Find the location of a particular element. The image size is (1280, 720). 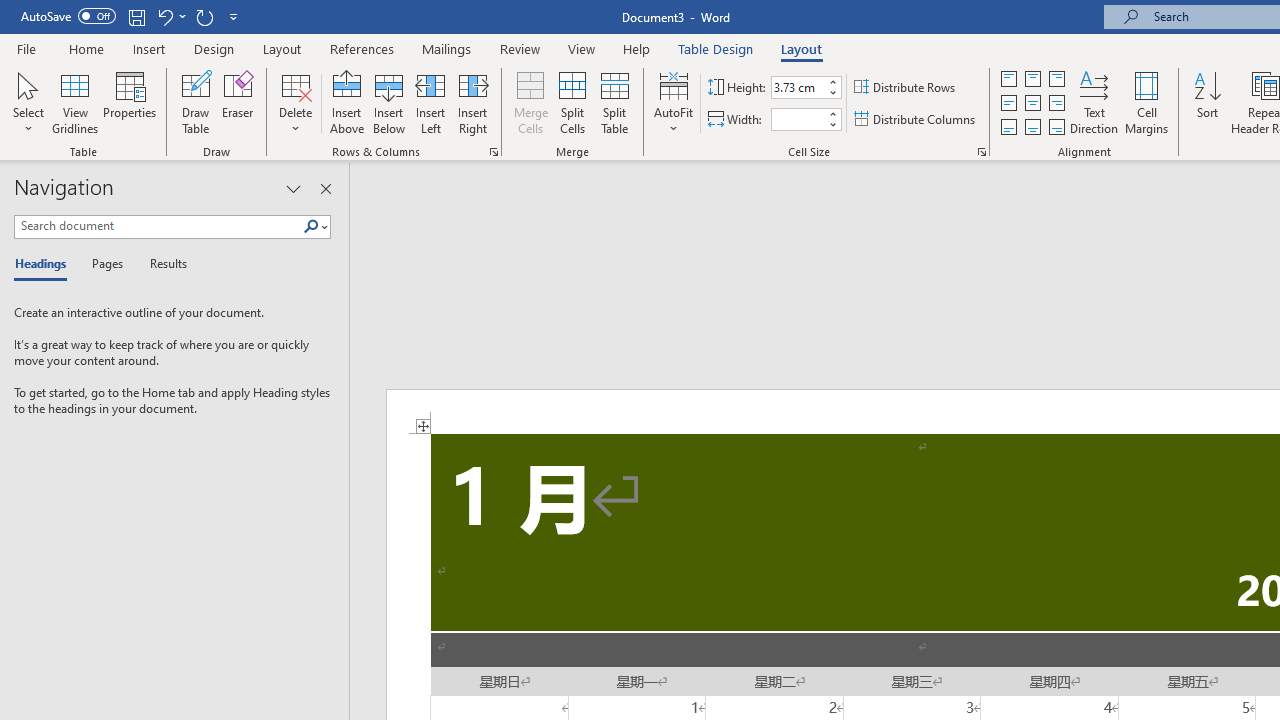

'Distribute Rows' is located at coordinates (905, 86).